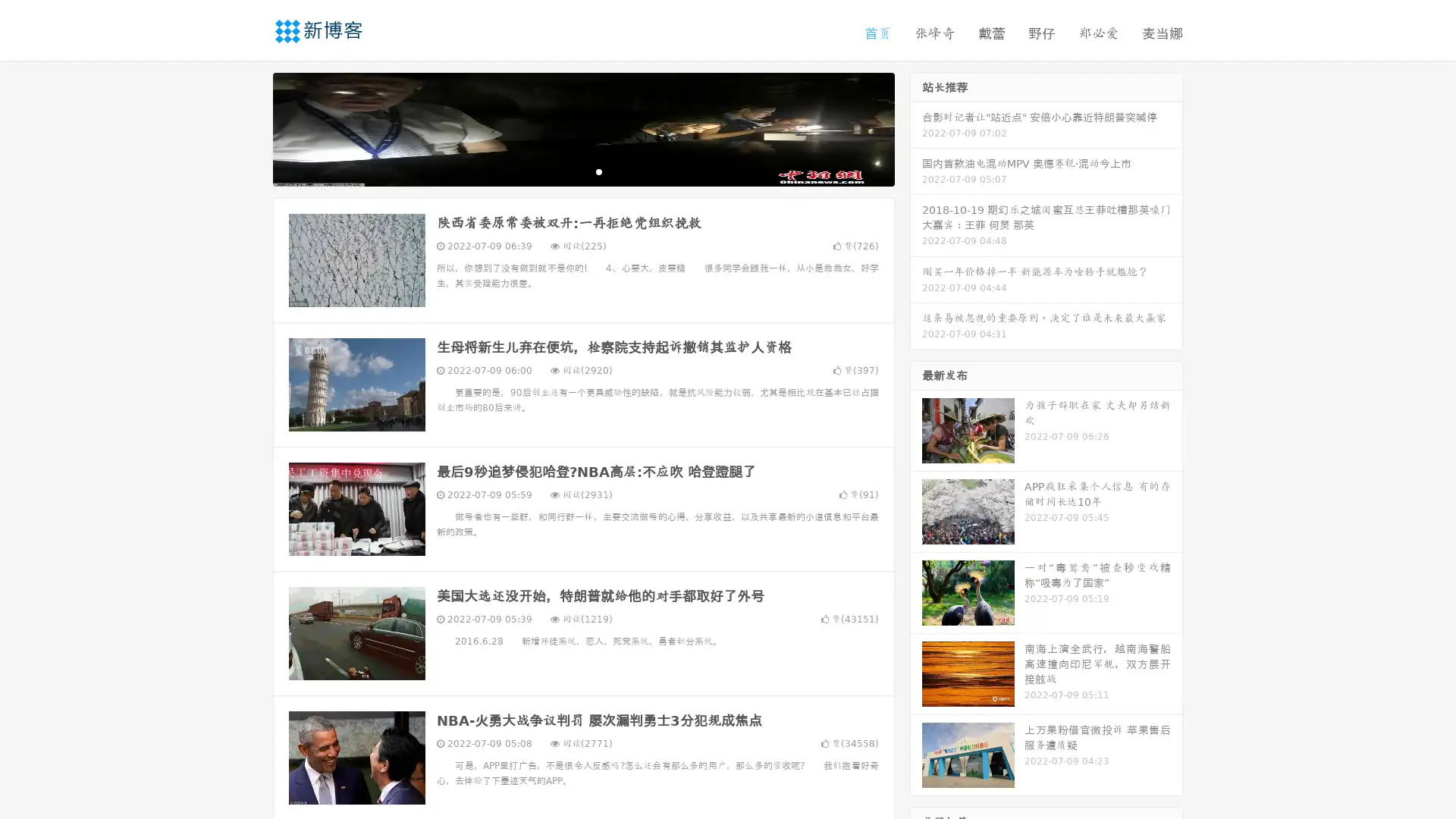 This screenshot has width=1456, height=819. Describe the element at coordinates (598, 171) in the screenshot. I see `Go to slide 3` at that location.